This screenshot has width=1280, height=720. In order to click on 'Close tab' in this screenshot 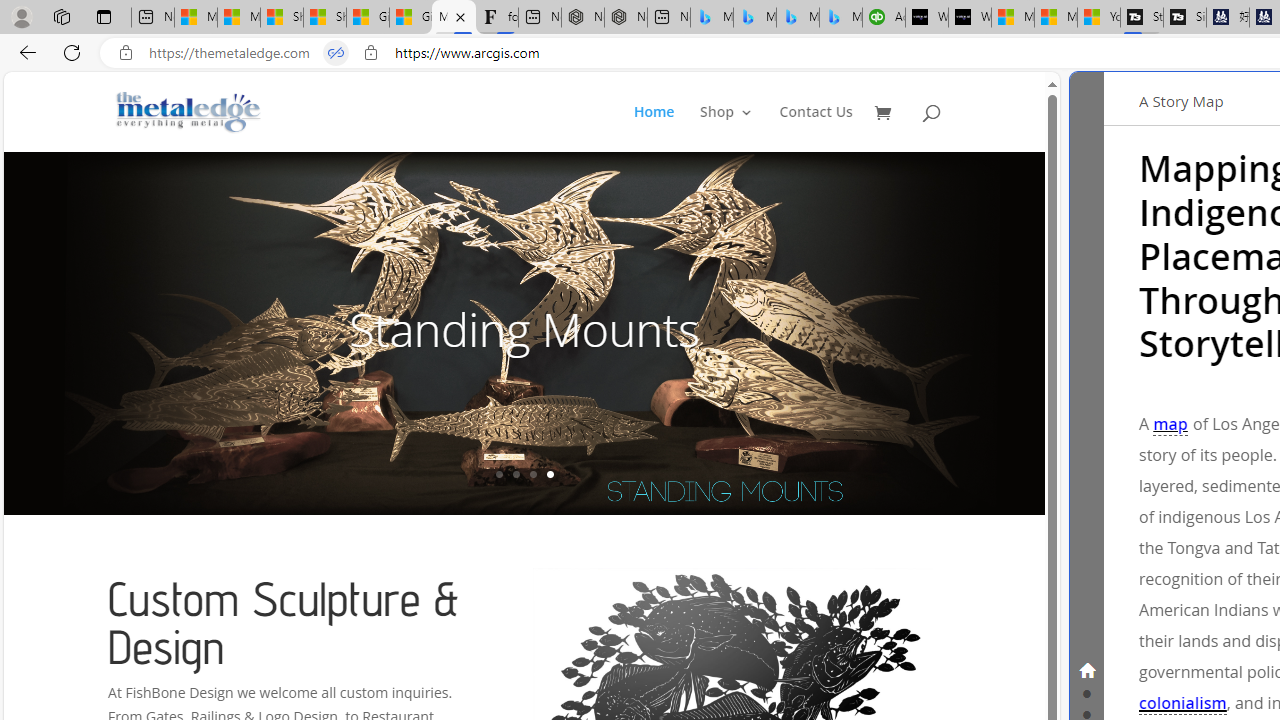, I will do `click(459, 17)`.